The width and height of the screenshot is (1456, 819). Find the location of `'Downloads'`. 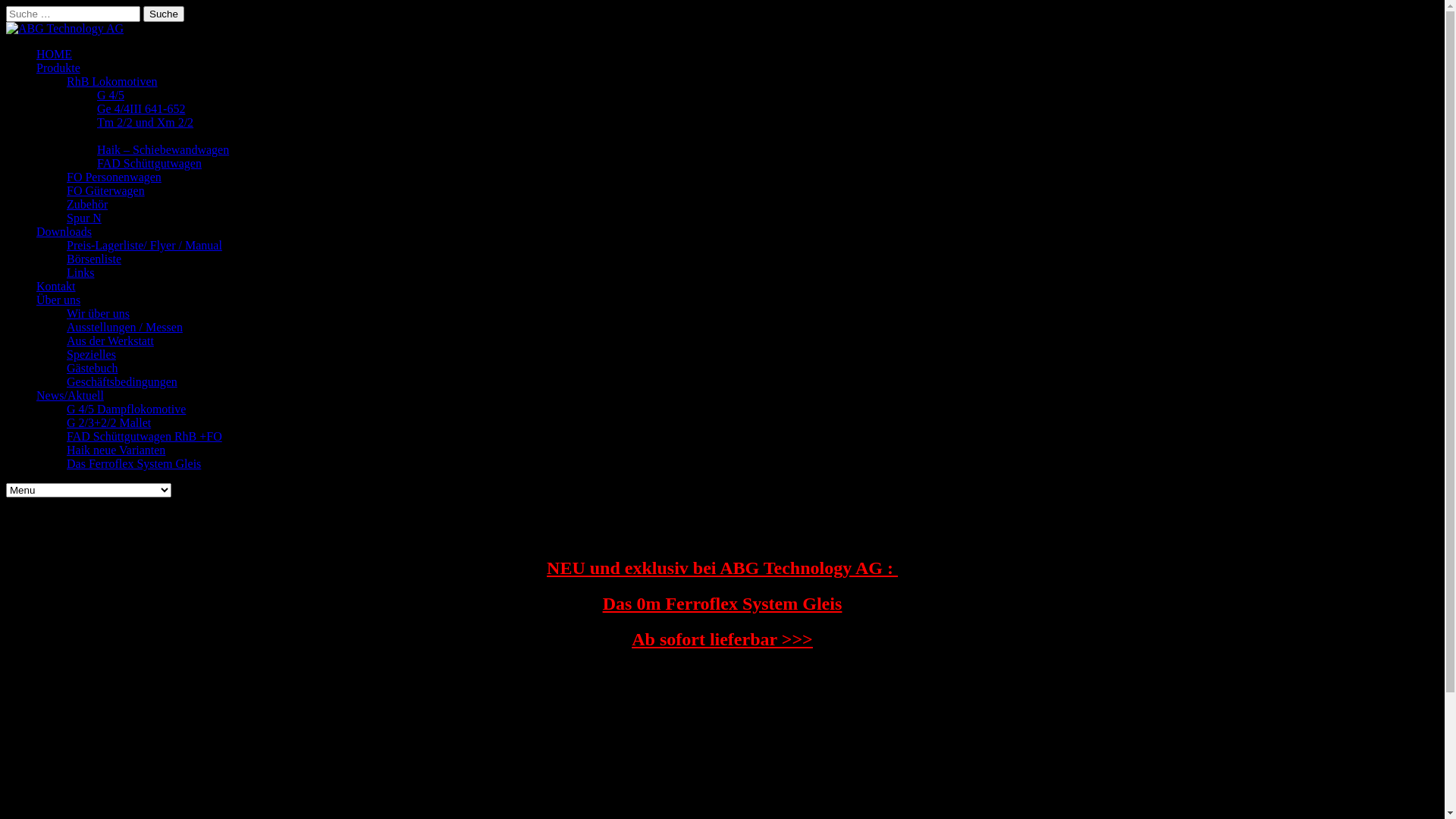

'Downloads' is located at coordinates (63, 231).